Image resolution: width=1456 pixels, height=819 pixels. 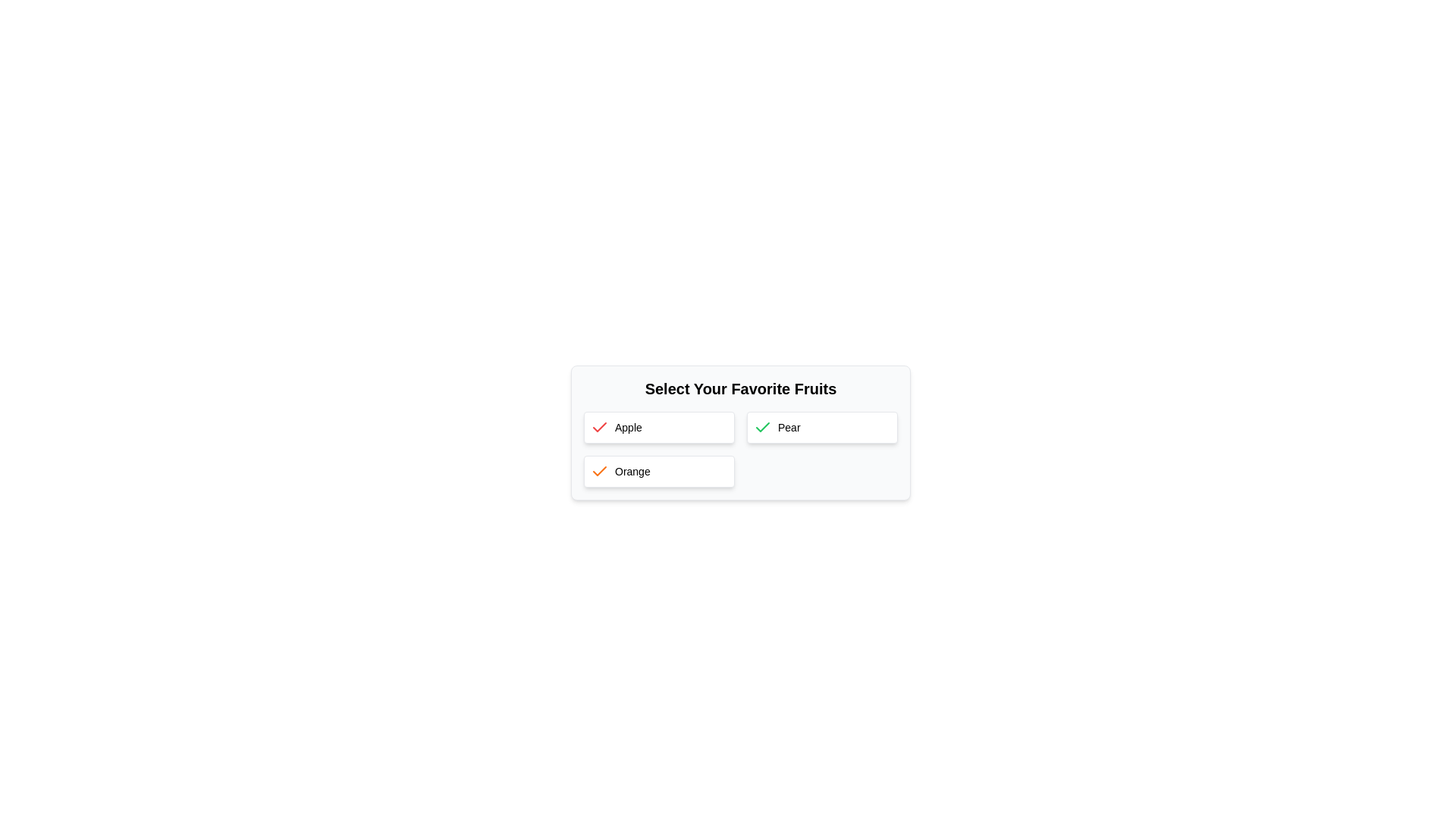 I want to click on the 'Orange' selectable list item in the bottom-left position of the grid to interact with it, so click(x=659, y=470).